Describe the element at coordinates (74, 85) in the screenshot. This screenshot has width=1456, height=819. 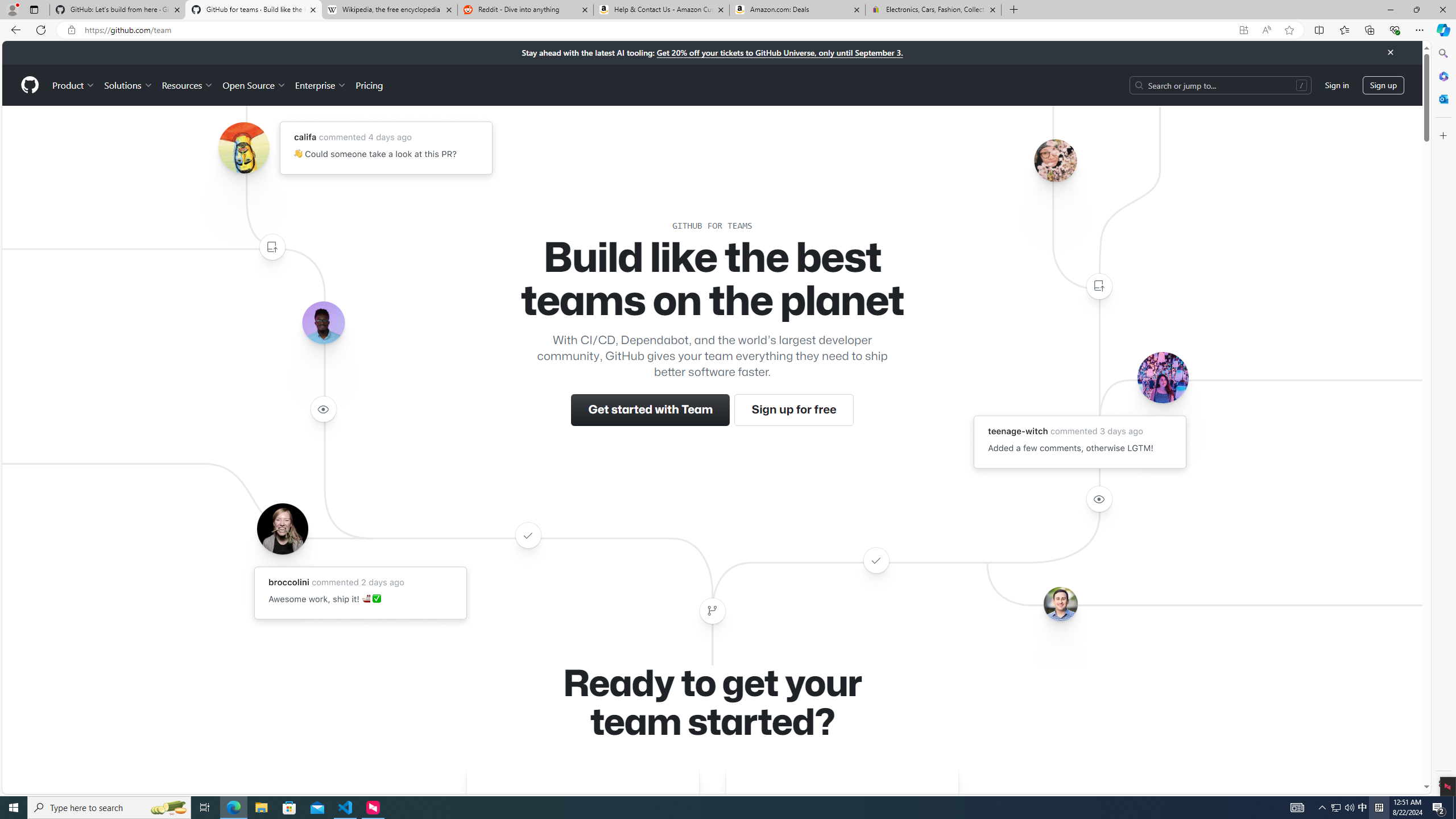
I see `'Product'` at that location.